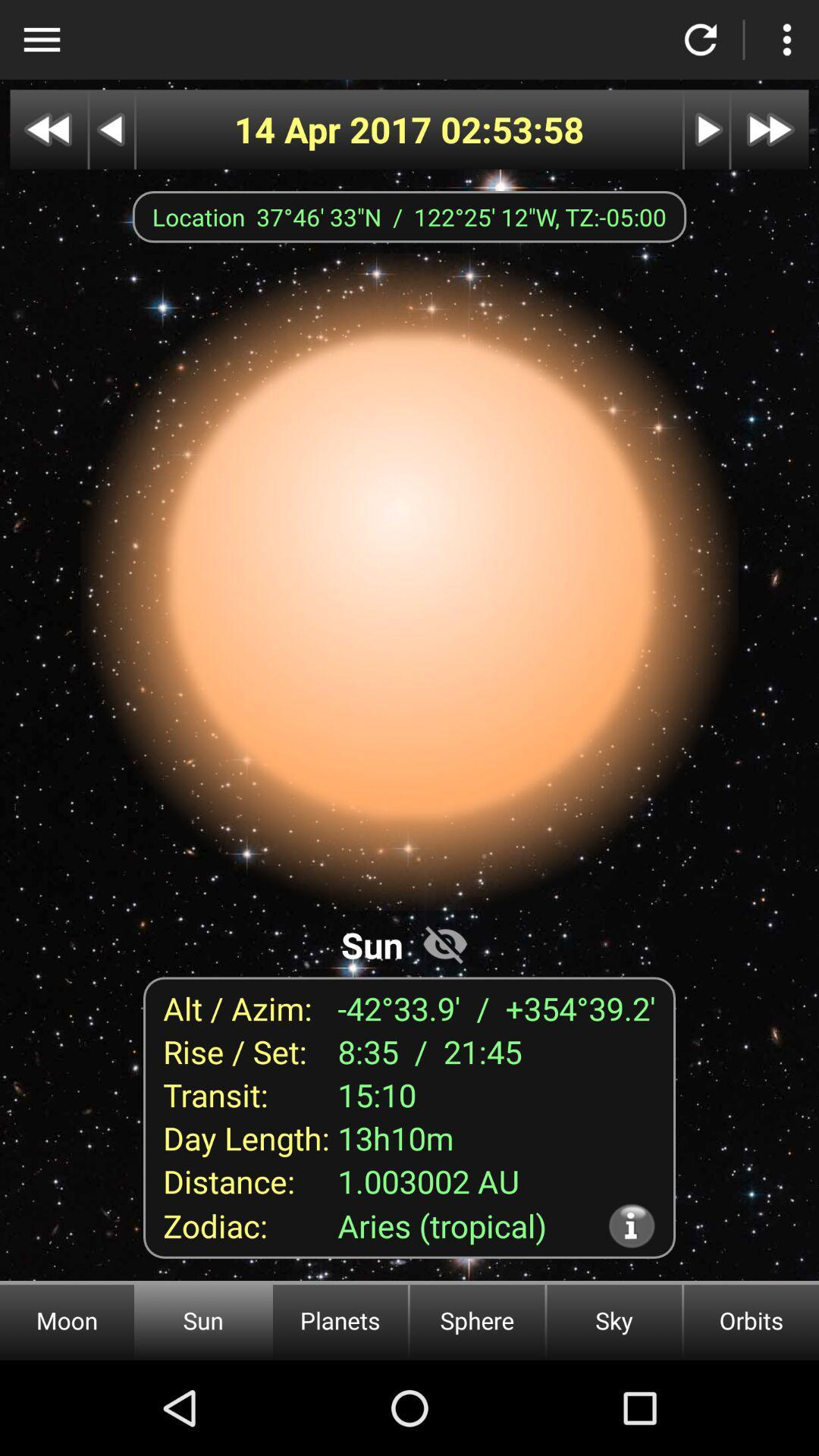  Describe the element at coordinates (48, 130) in the screenshot. I see `previous` at that location.